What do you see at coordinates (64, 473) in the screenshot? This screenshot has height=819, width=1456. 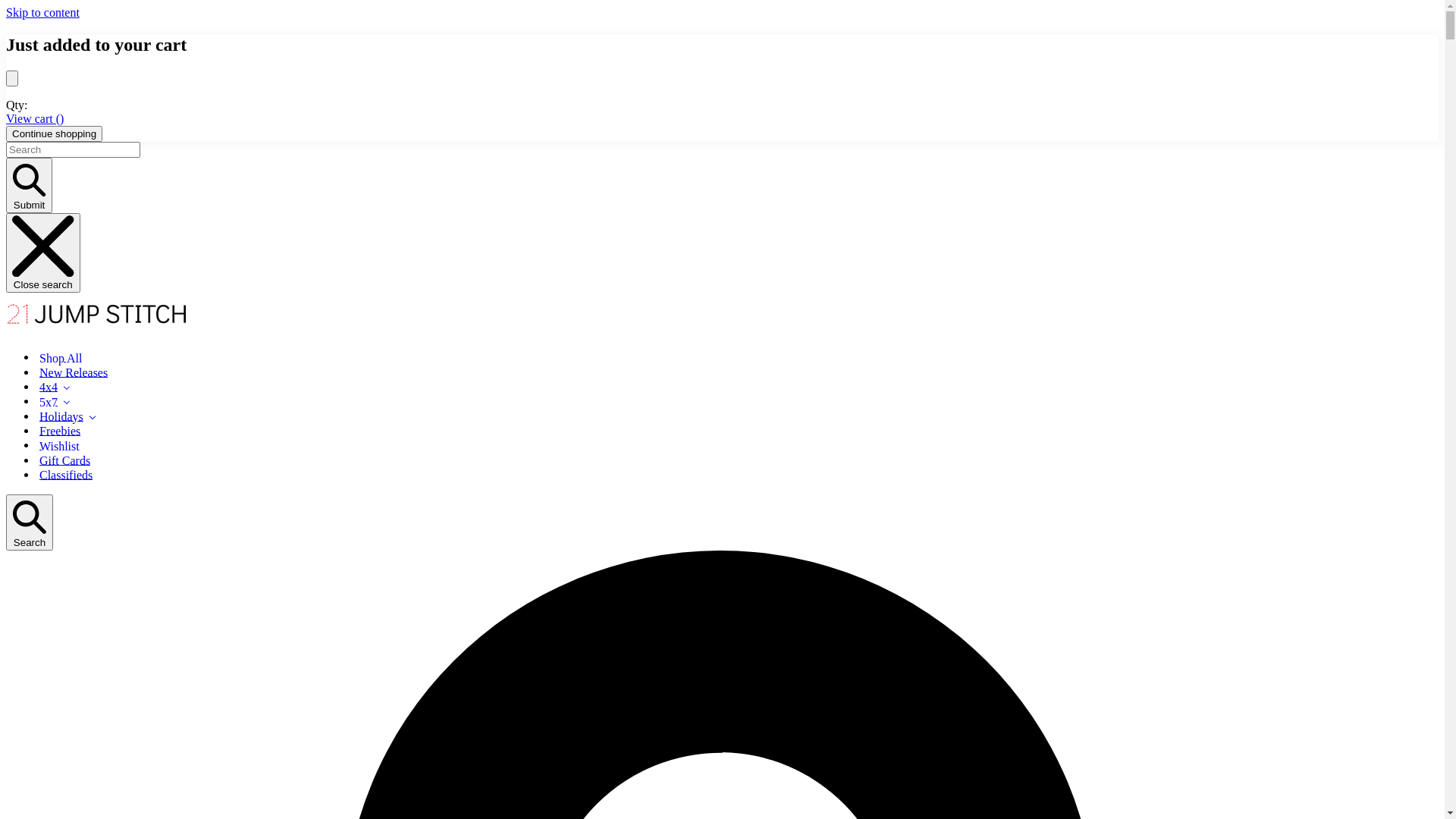 I see `'Classifieds'` at bounding box center [64, 473].